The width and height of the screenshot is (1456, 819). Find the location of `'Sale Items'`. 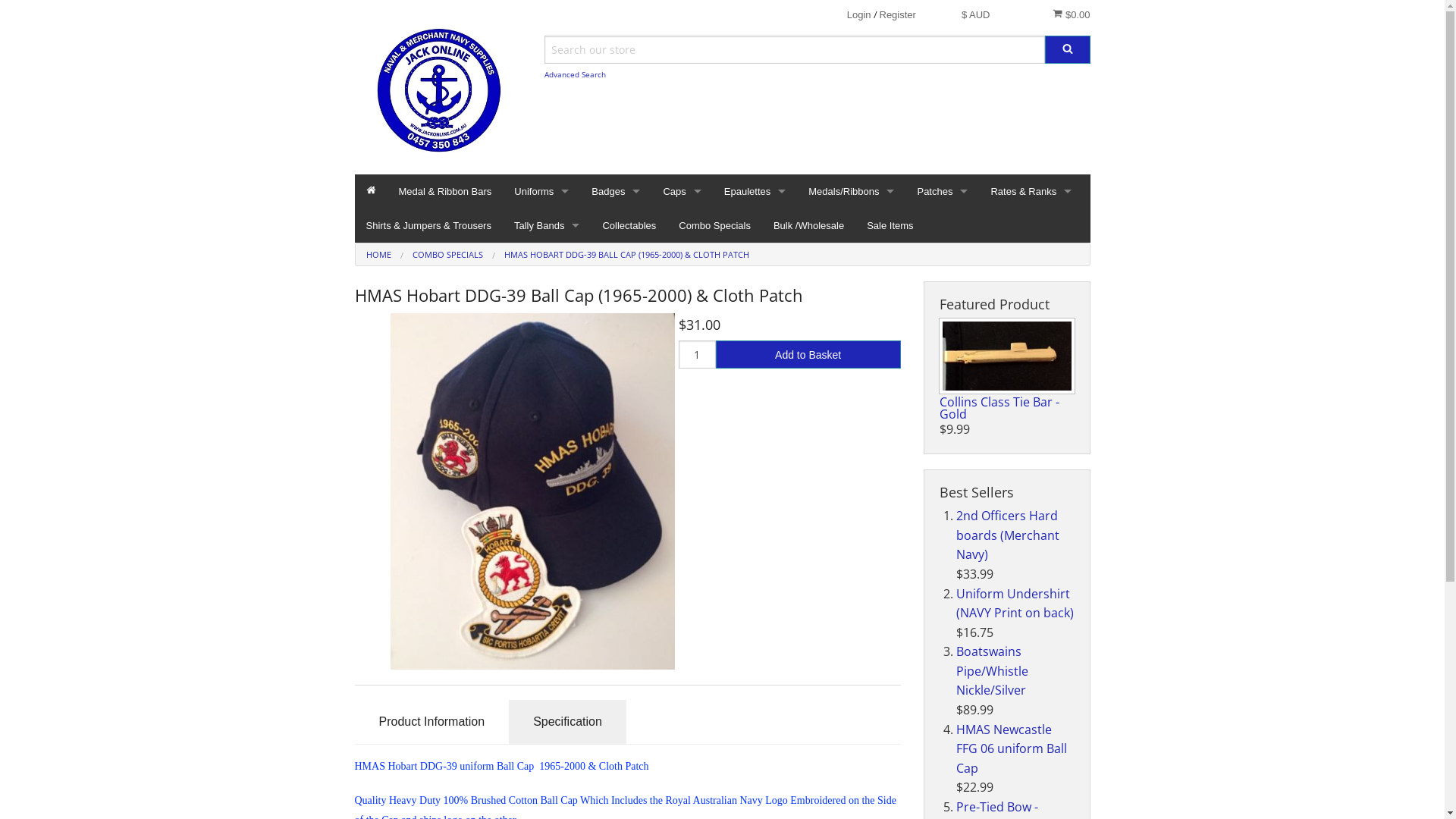

'Sale Items' is located at coordinates (855, 225).